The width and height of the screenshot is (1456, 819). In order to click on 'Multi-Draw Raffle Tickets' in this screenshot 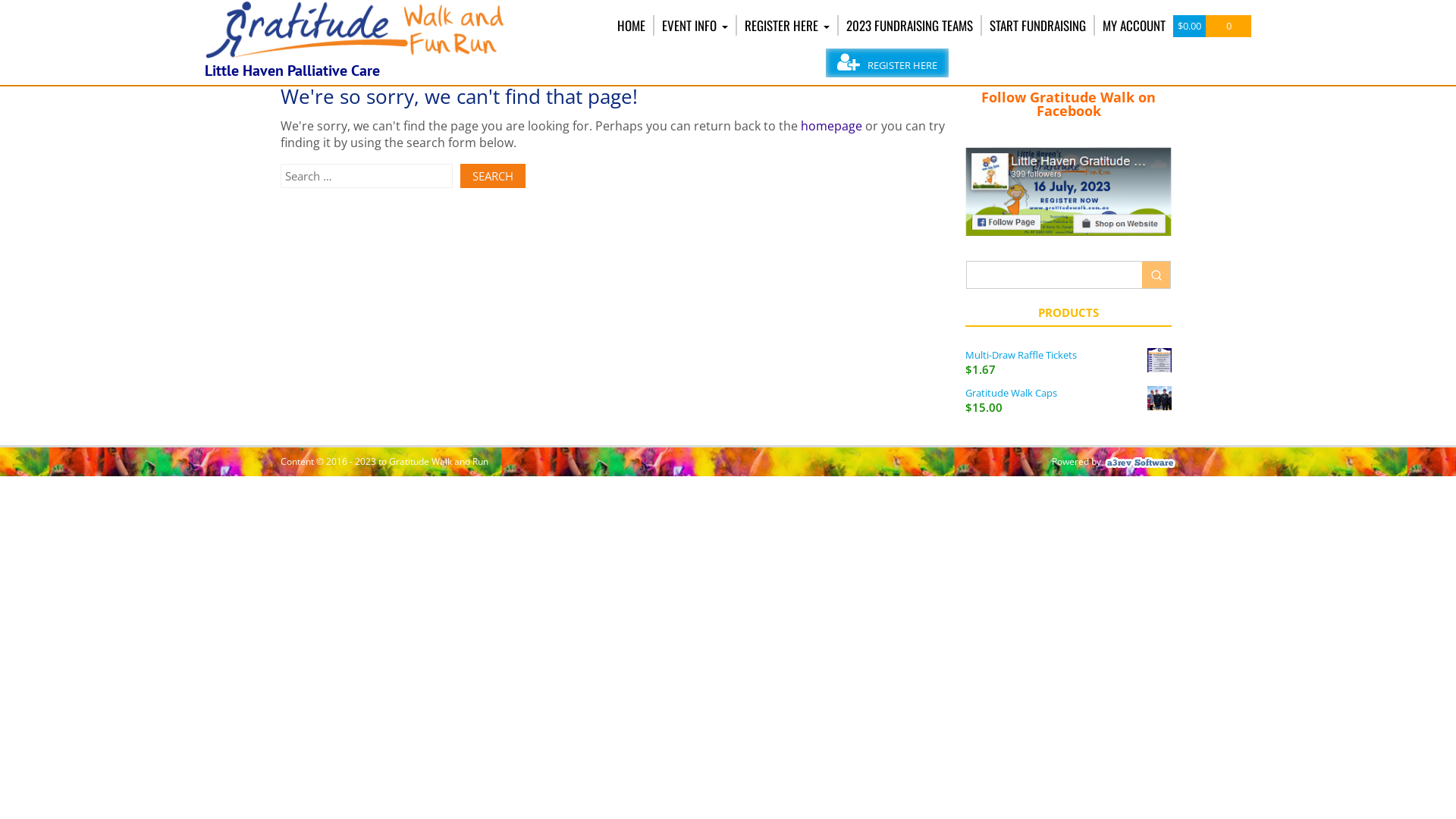, I will do `click(1068, 356)`.